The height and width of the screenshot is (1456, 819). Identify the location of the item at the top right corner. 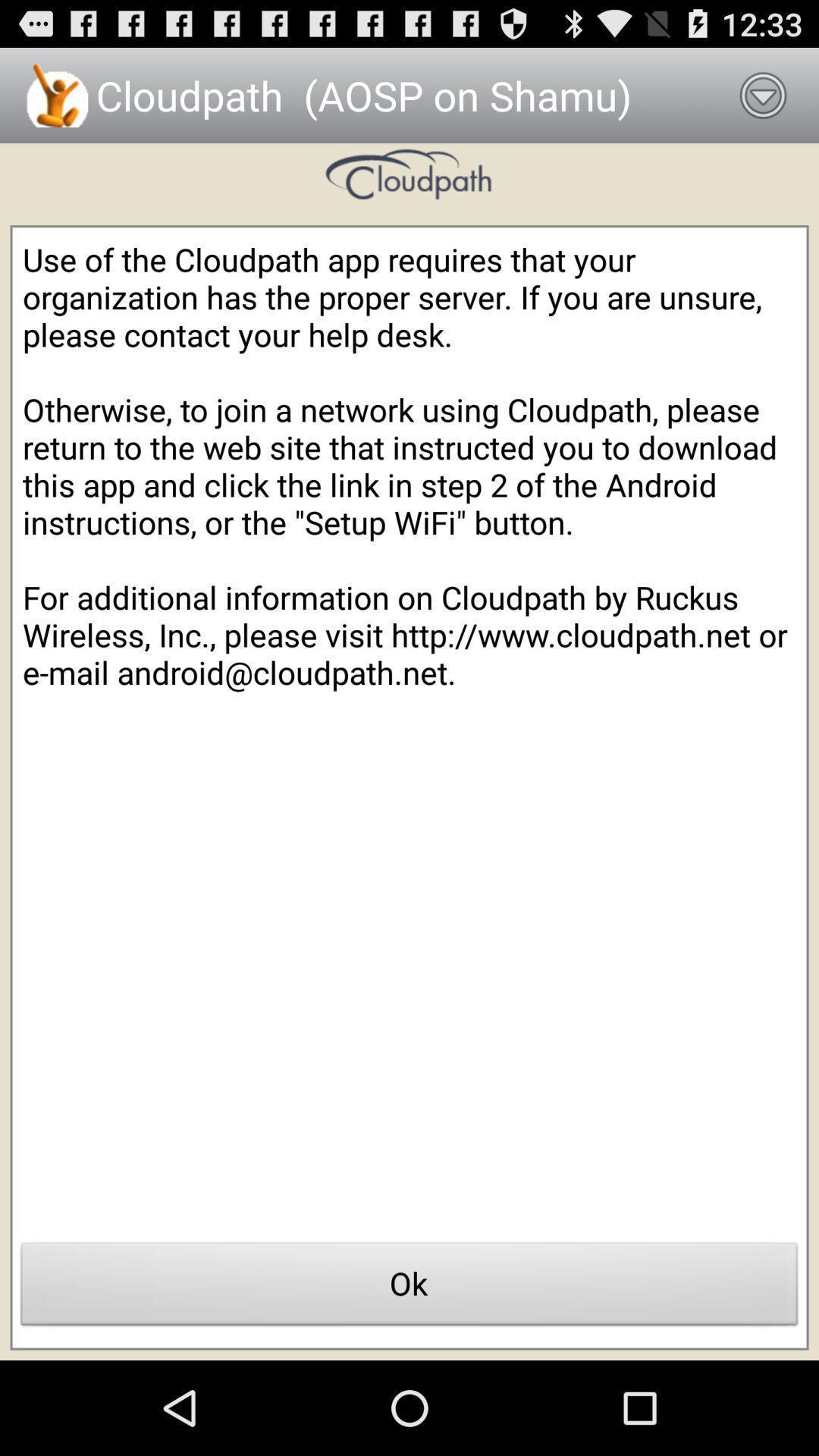
(763, 94).